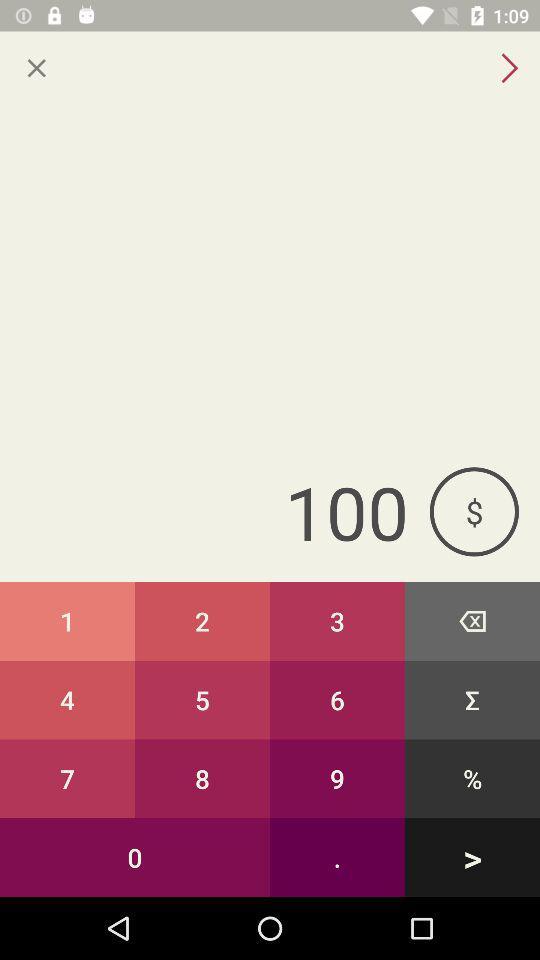 The width and height of the screenshot is (540, 960). What do you see at coordinates (67, 620) in the screenshot?
I see `icon below 100` at bounding box center [67, 620].